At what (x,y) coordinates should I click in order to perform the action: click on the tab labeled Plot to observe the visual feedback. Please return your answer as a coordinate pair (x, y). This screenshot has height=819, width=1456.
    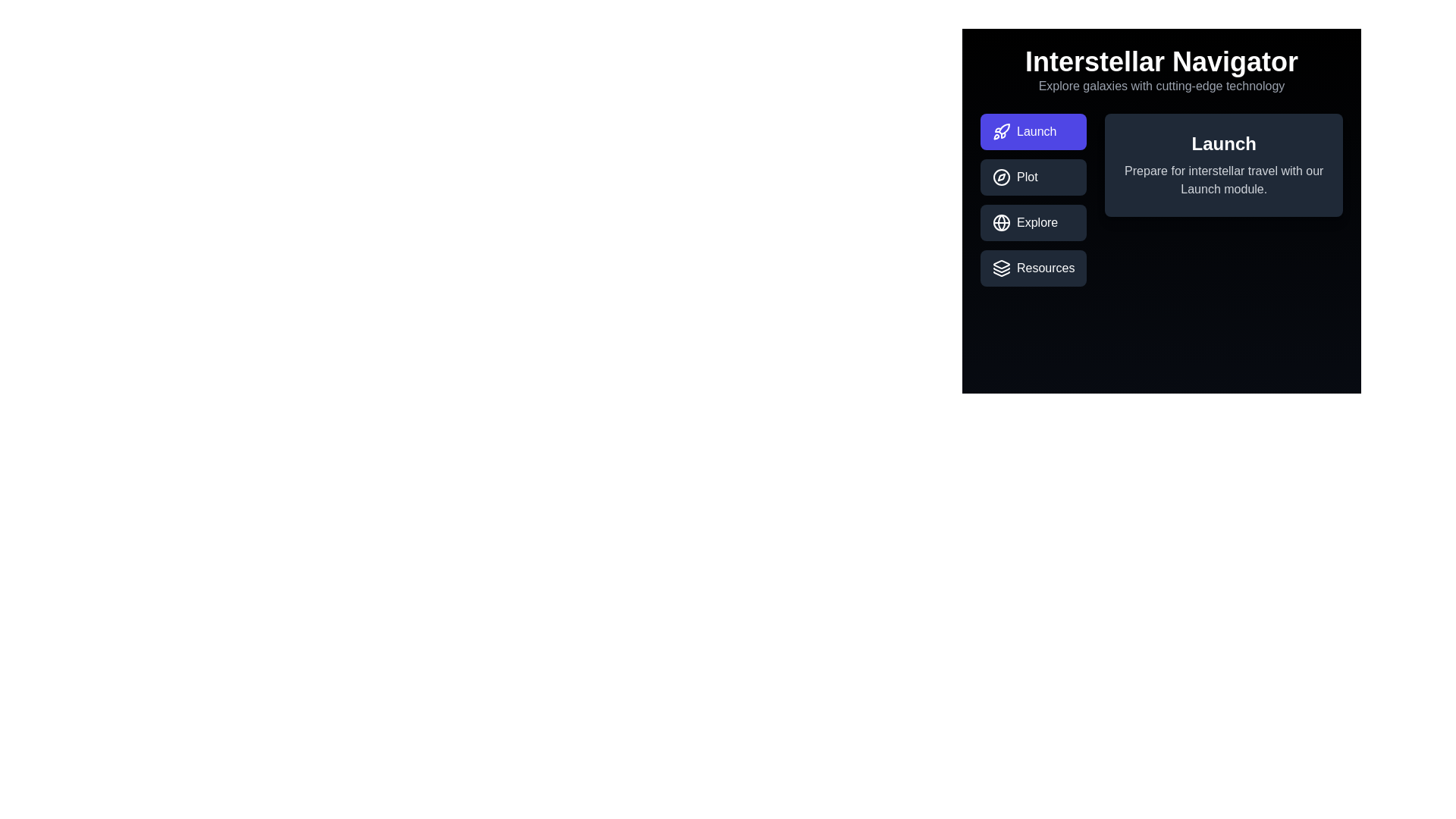
    Looking at the image, I should click on (1033, 177).